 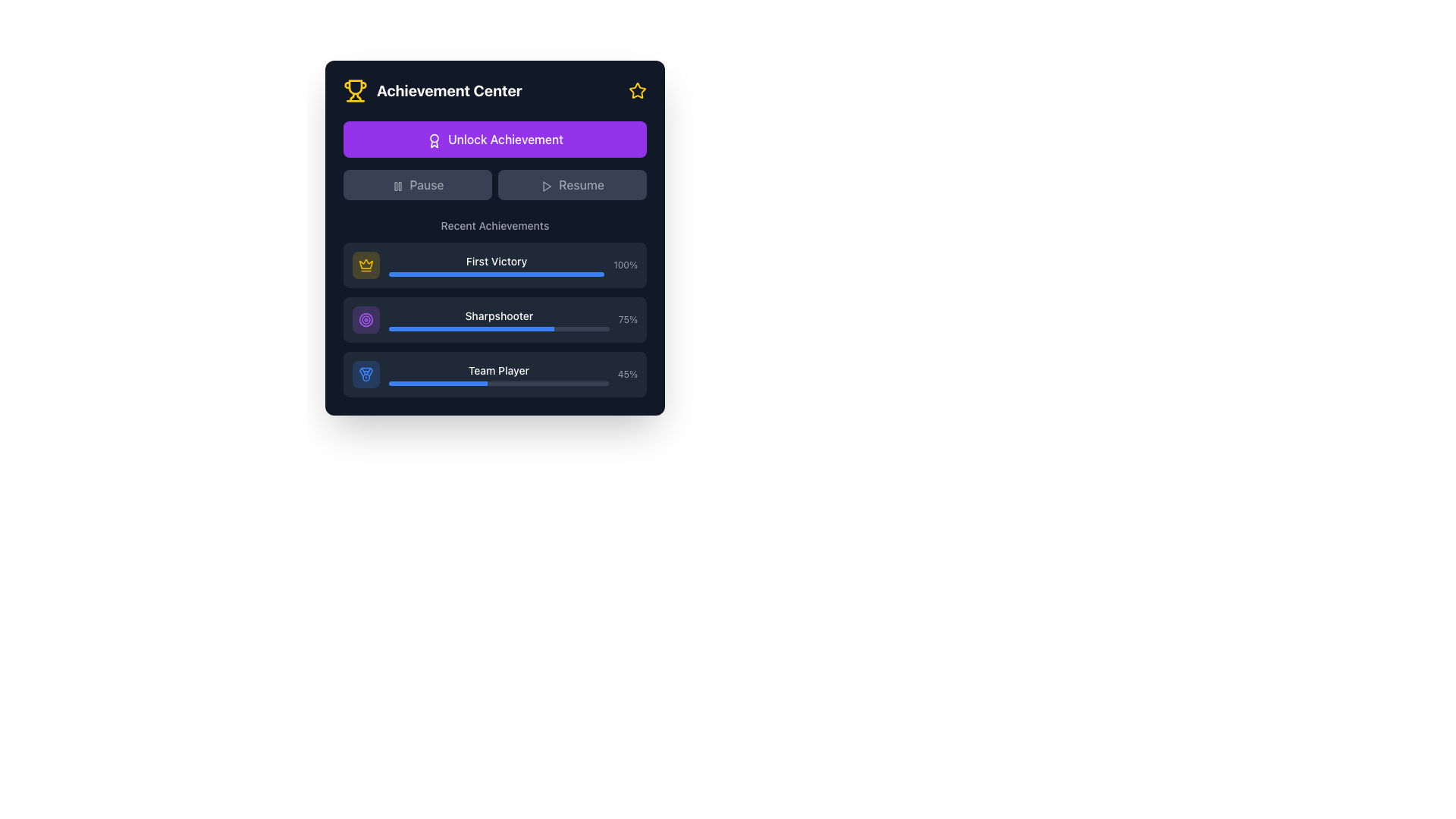 I want to click on the main body of the trophy icon, which is positioned to the left of the 'Achievement Center' heading, so click(x=355, y=87).